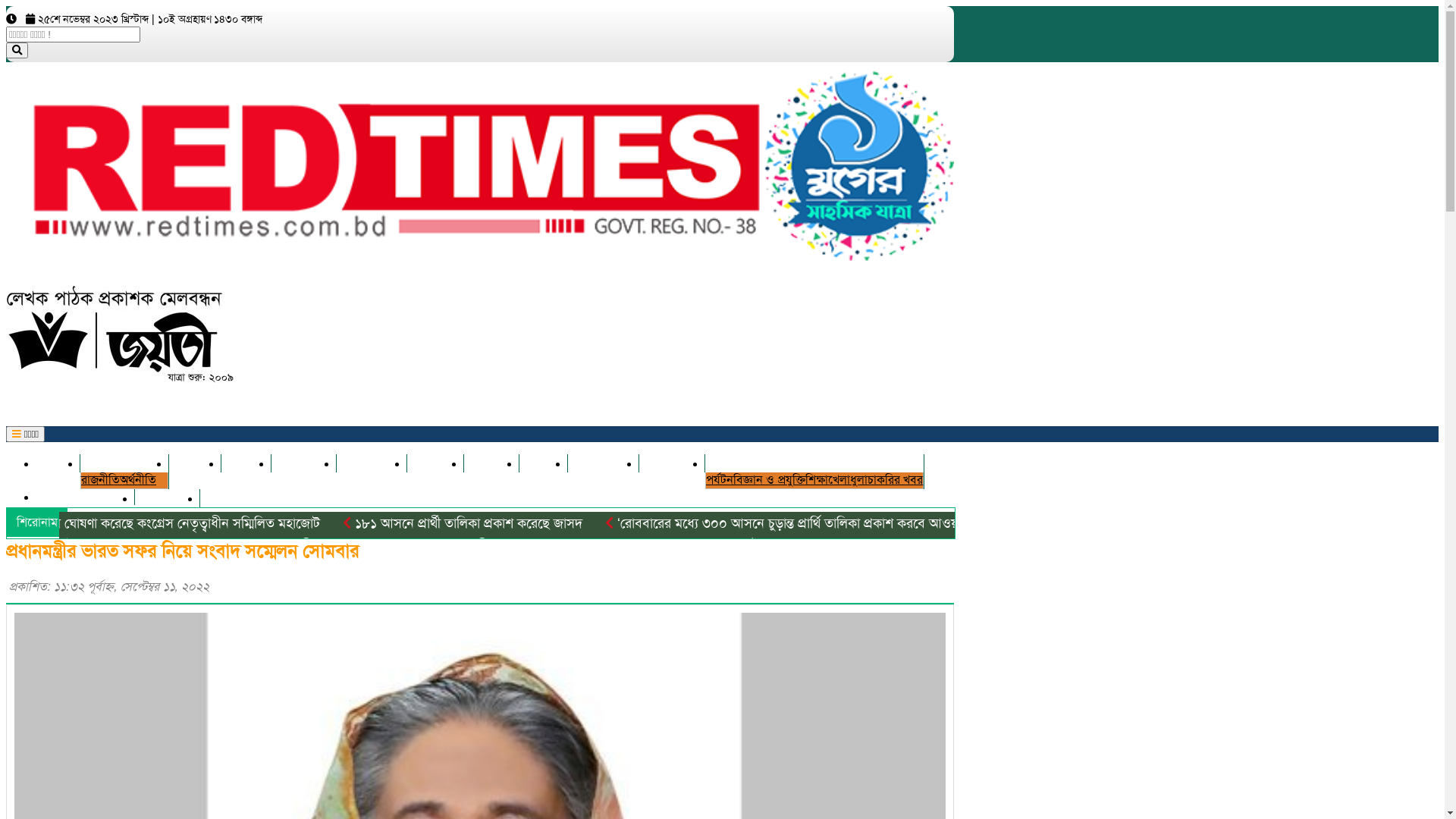  I want to click on 'English News', so click(84, 497).